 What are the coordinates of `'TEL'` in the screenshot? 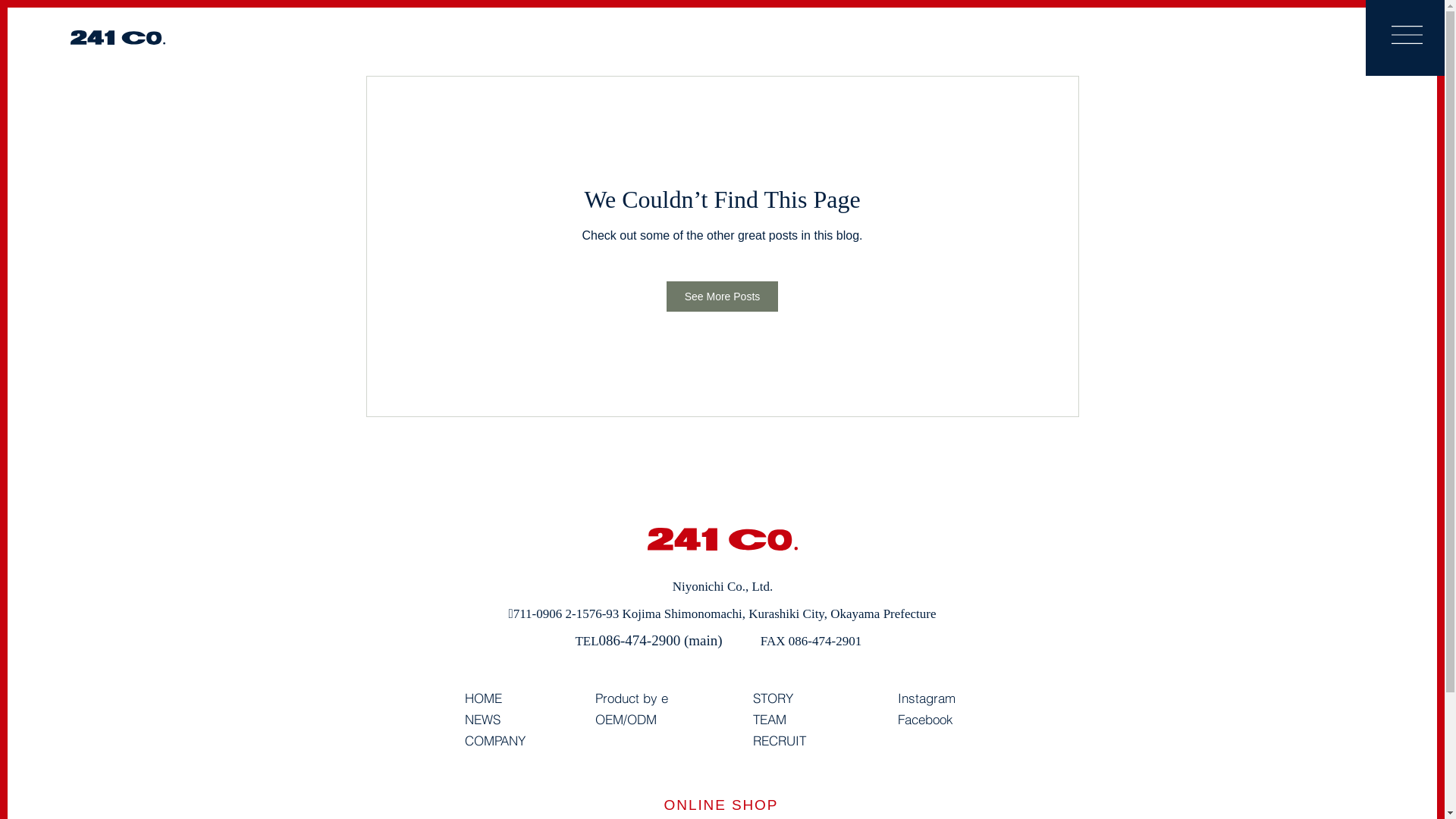 It's located at (585, 641).